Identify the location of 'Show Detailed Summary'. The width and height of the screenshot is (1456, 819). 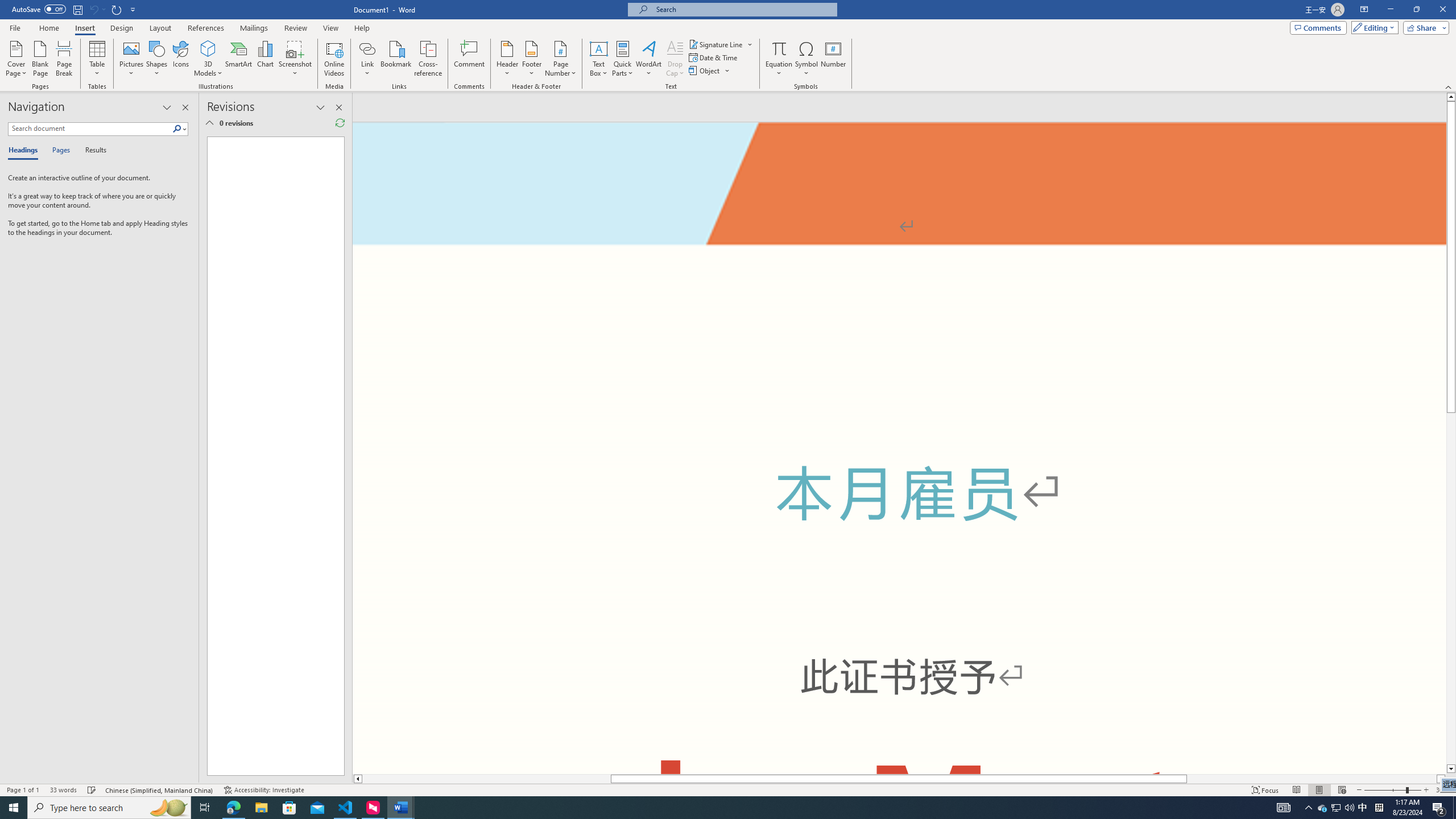
(209, 122).